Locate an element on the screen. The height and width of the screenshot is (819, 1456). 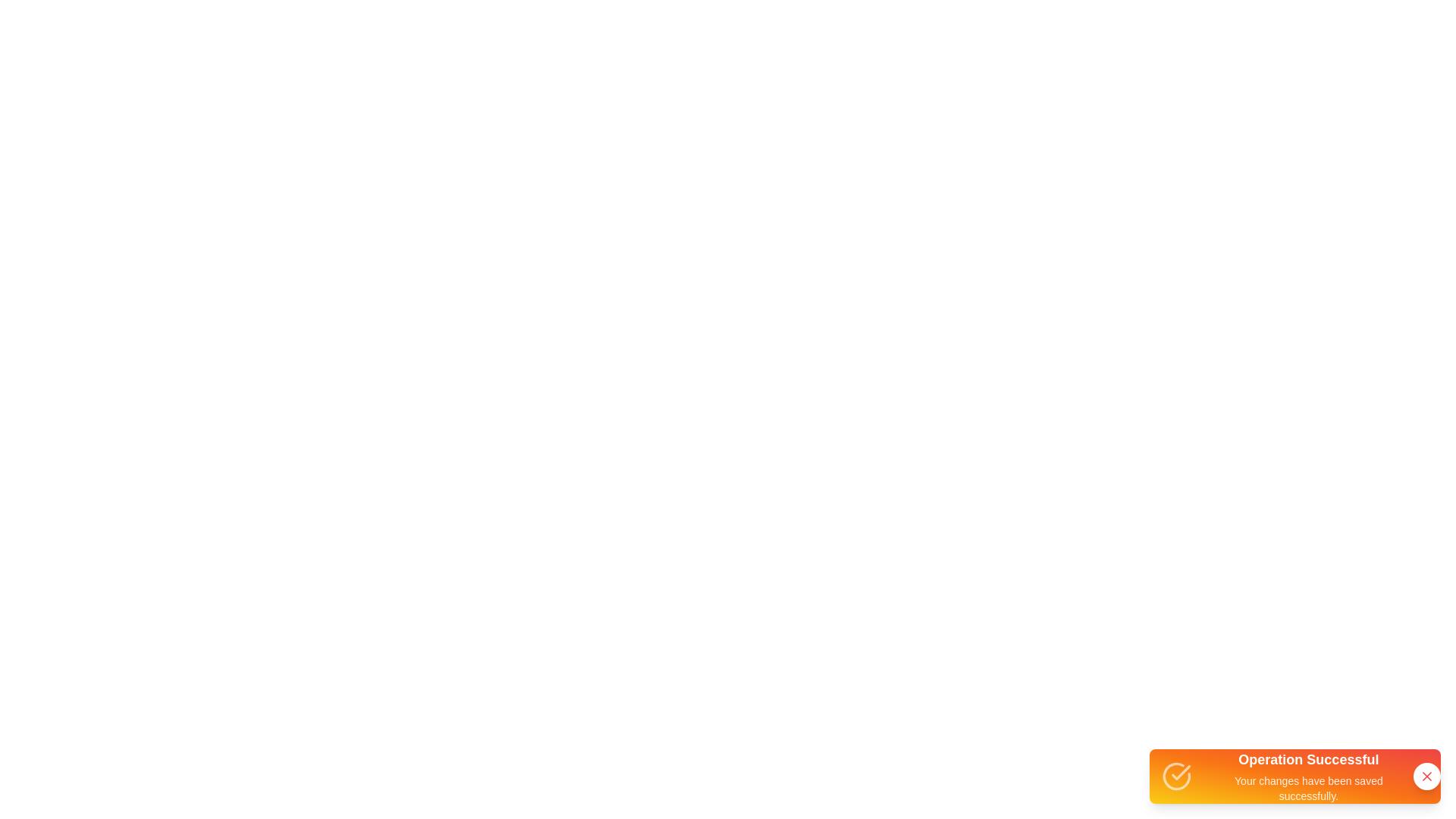
close button to dismiss the snackbar is located at coordinates (1426, 776).